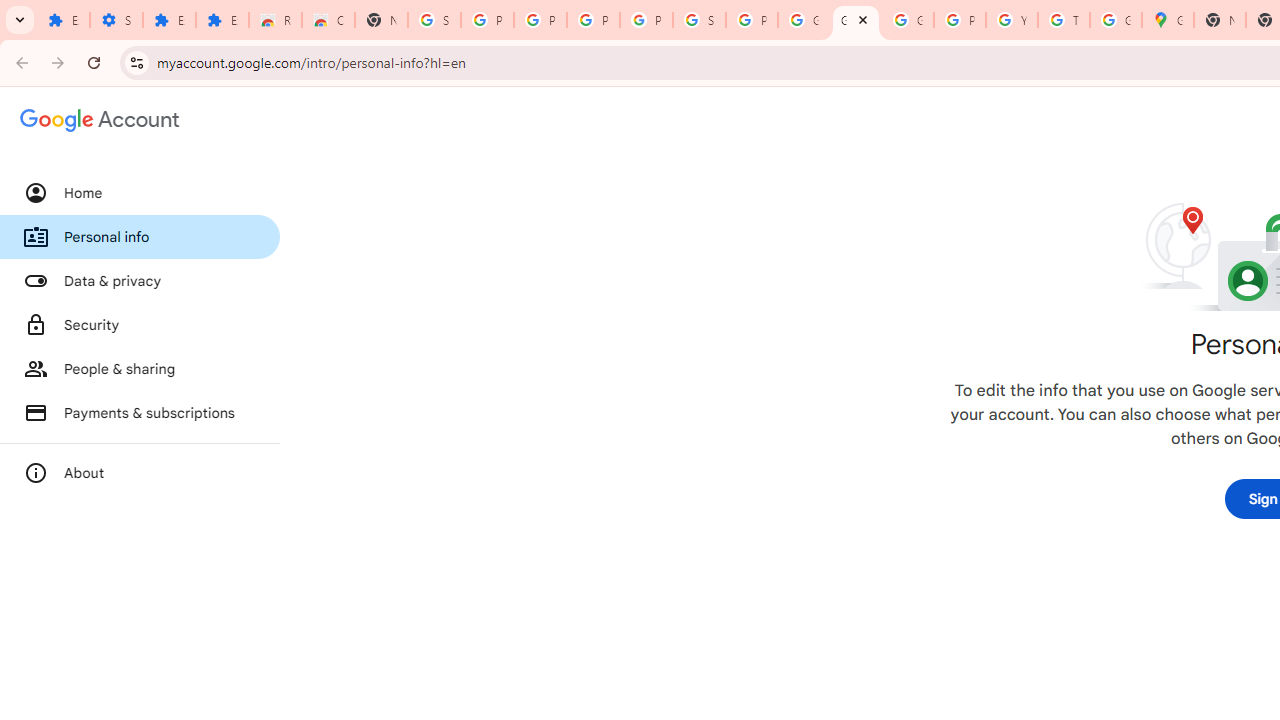 The height and width of the screenshot is (720, 1280). I want to click on 'Data & privacy', so click(139, 281).